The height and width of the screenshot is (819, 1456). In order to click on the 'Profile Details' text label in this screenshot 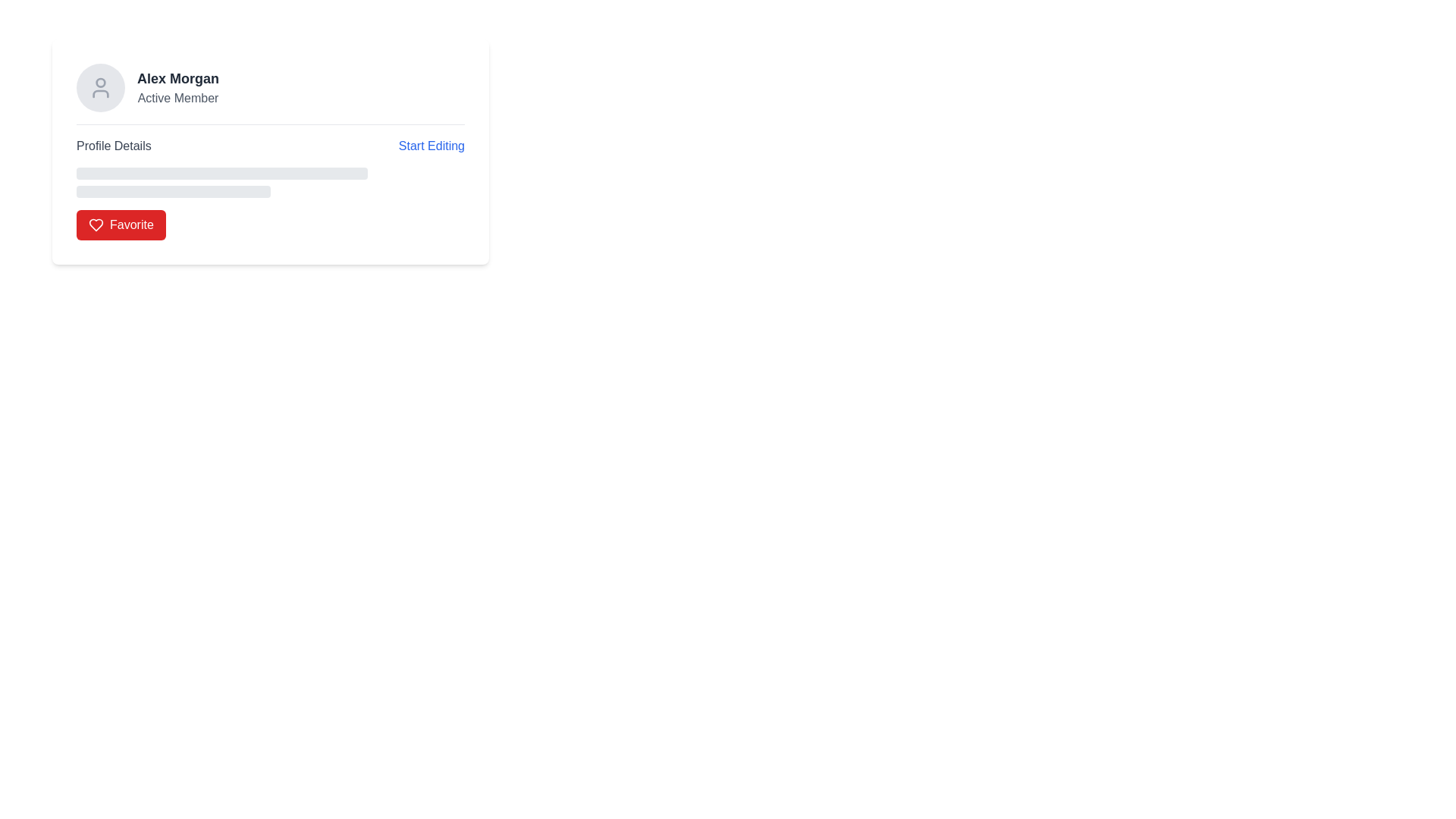, I will do `click(113, 146)`.